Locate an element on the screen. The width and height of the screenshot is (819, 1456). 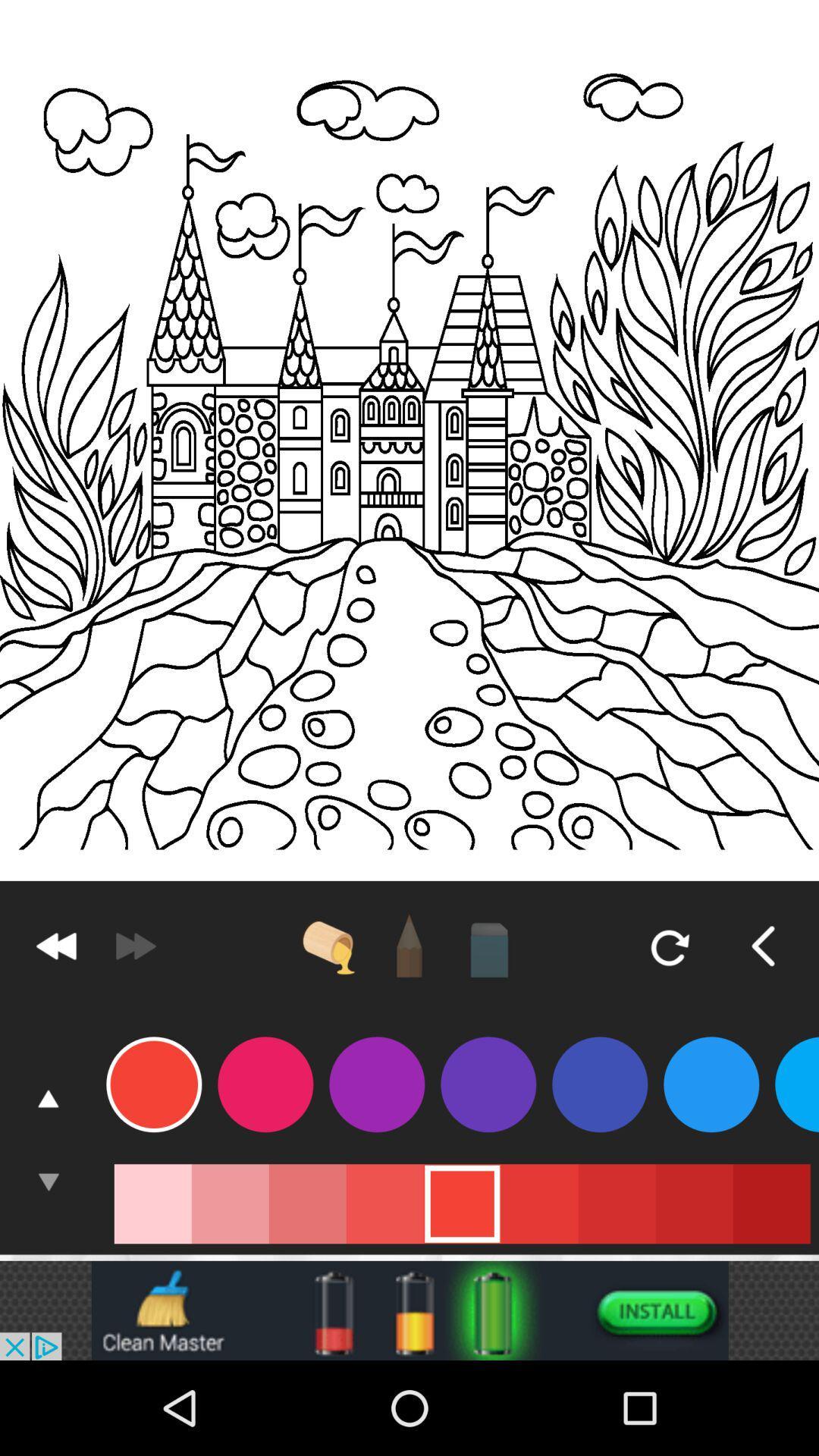
the send icon is located at coordinates (134, 1012).